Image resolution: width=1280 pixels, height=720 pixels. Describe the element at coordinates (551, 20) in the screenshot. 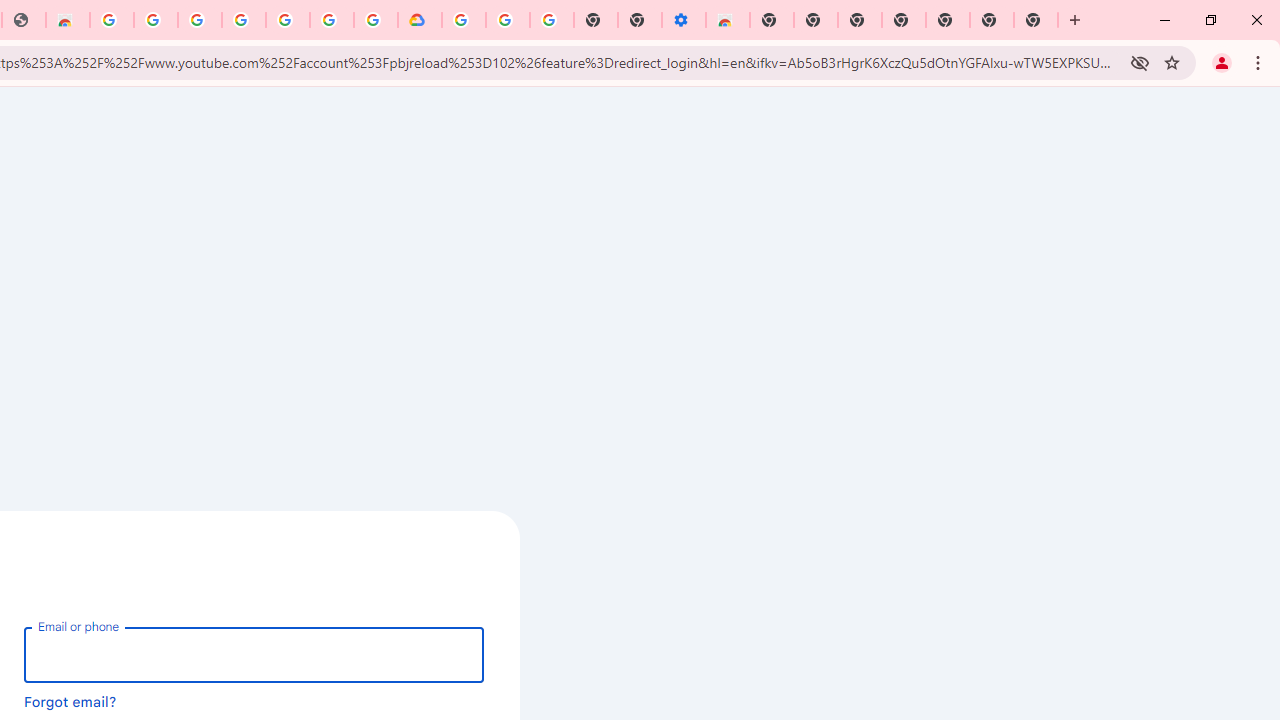

I see `'Turn cookies on or off - Computer - Google Account Help'` at that location.